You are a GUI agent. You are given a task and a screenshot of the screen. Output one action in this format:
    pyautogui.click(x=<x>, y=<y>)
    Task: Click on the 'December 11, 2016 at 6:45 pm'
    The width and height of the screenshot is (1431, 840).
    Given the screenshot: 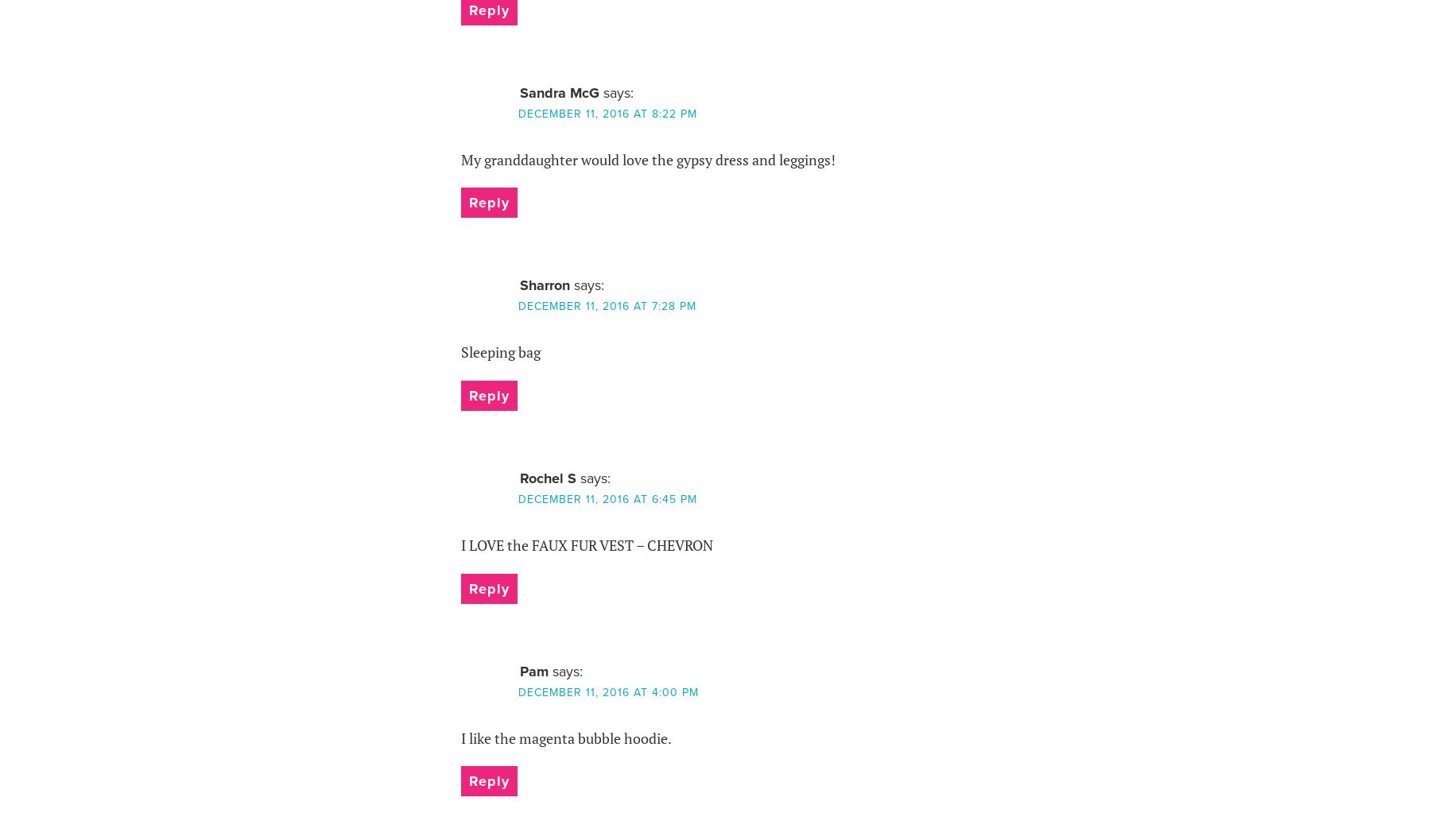 What is the action you would take?
    pyautogui.click(x=606, y=499)
    